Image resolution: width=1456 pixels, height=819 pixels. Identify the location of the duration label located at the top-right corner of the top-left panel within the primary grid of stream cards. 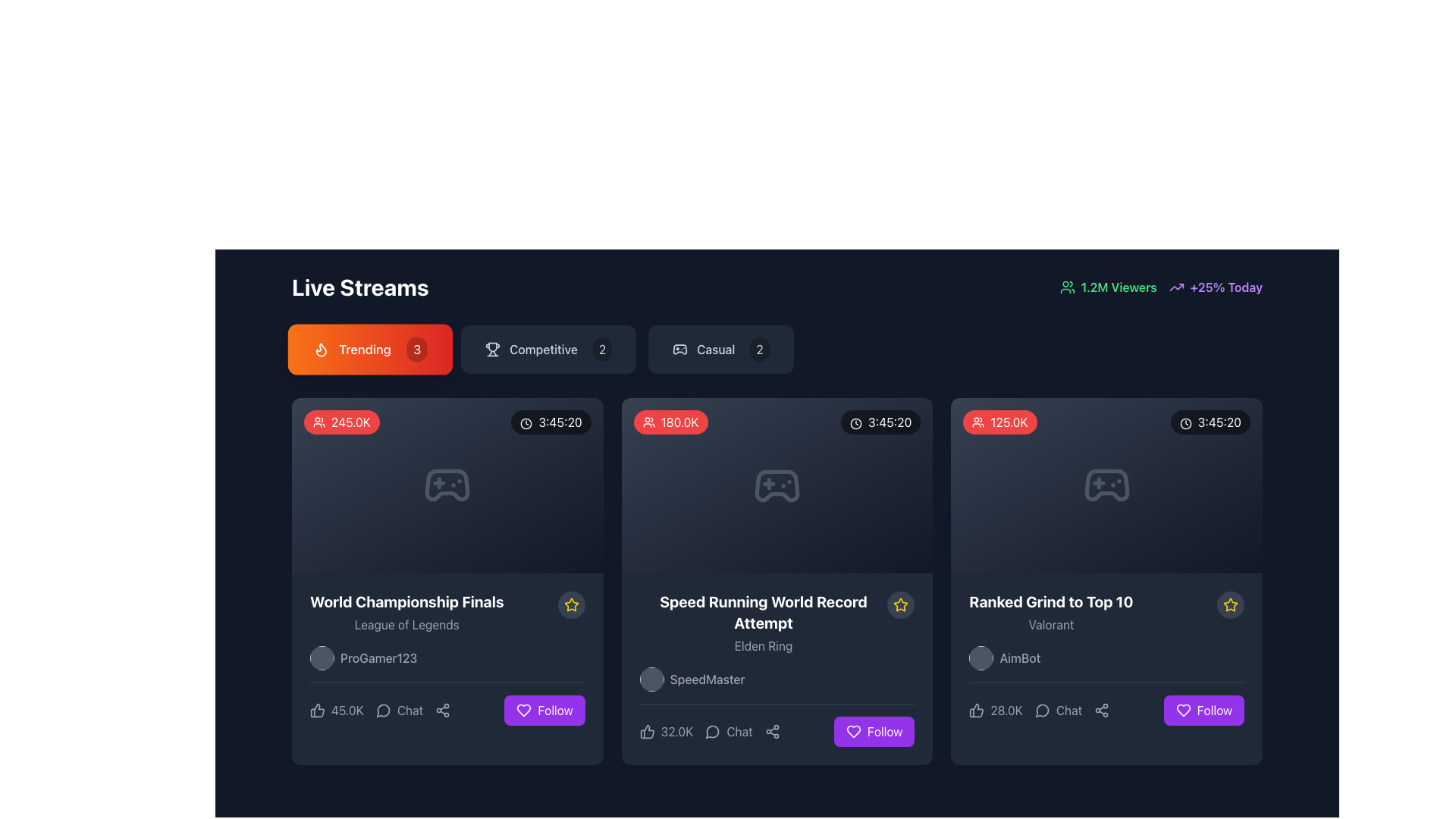
(550, 422).